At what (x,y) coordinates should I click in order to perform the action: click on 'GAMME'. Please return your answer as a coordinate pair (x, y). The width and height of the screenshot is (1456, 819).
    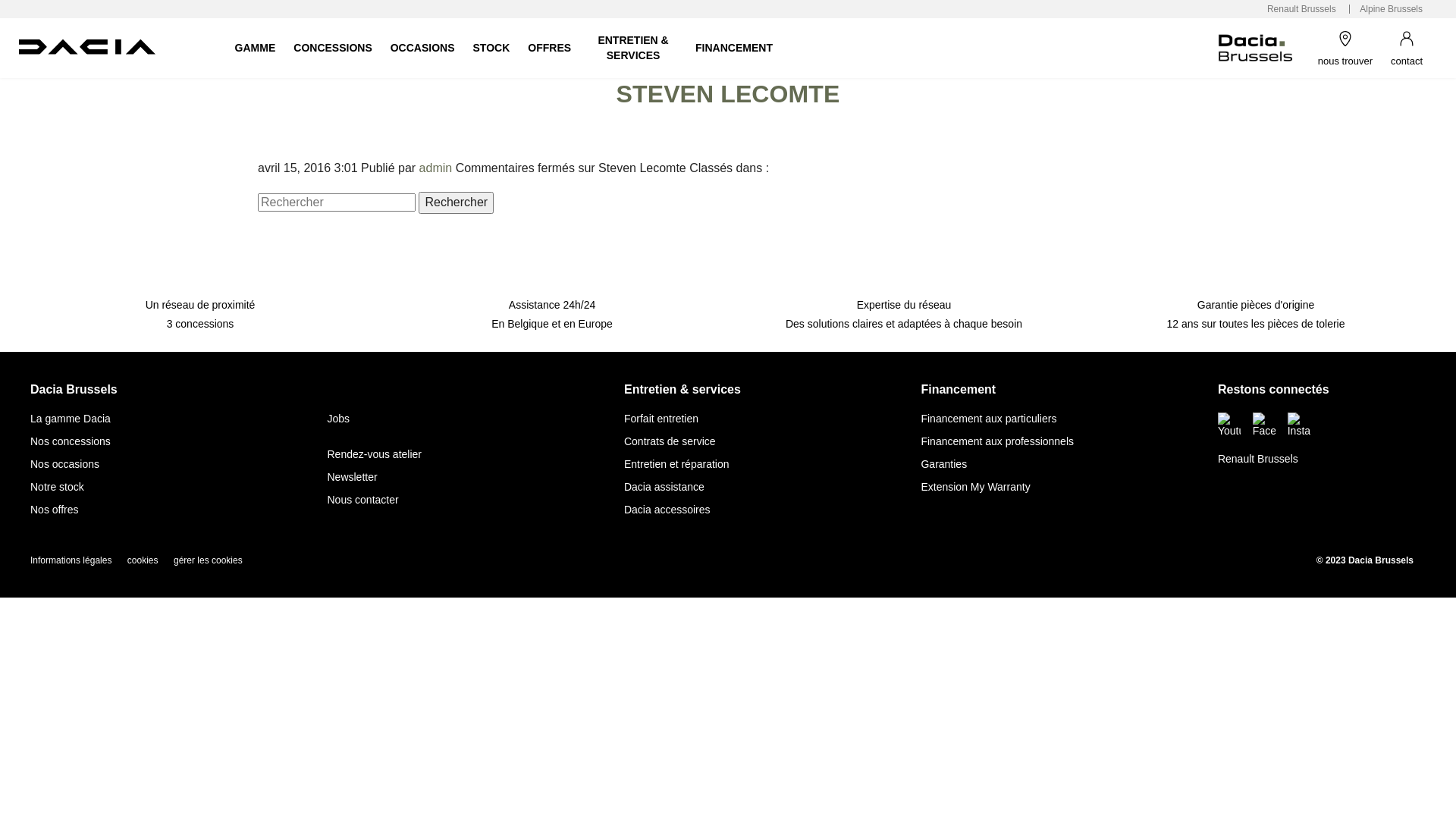
    Looking at the image, I should click on (224, 46).